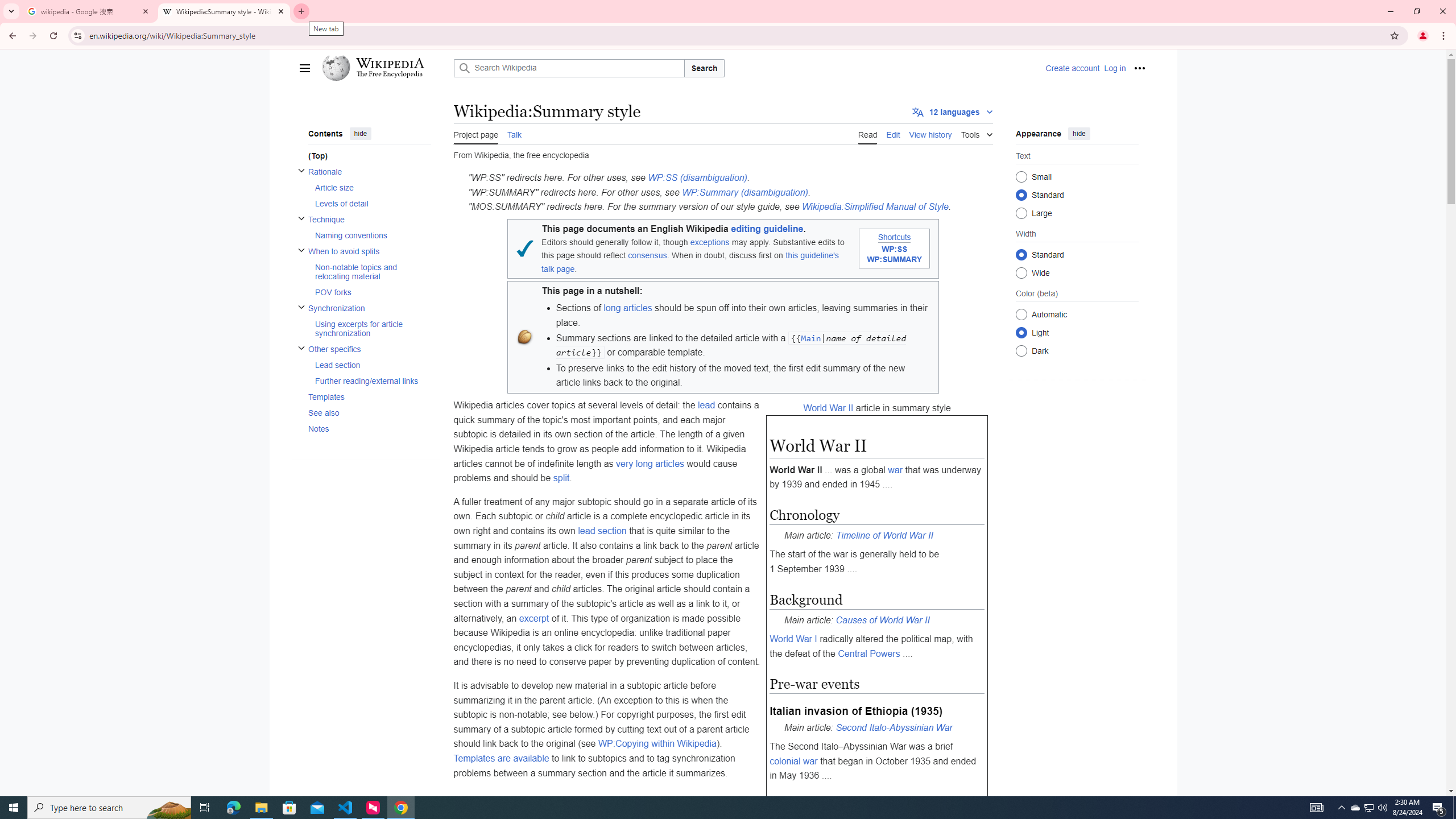 The height and width of the screenshot is (819, 1456). What do you see at coordinates (500, 758) in the screenshot?
I see `'Templates are available'` at bounding box center [500, 758].